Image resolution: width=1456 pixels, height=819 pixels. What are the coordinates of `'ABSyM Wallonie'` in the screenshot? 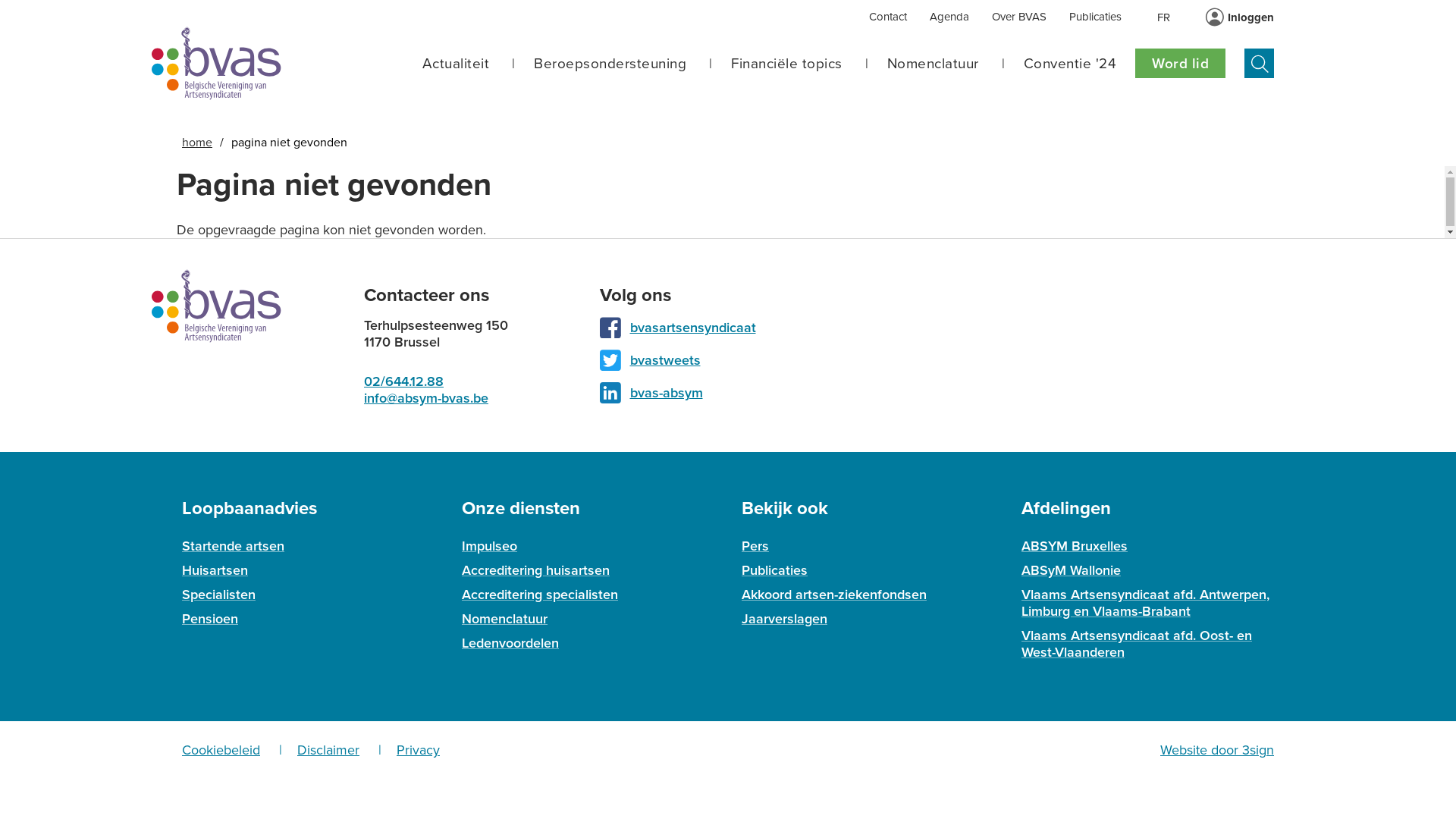 It's located at (1070, 570).